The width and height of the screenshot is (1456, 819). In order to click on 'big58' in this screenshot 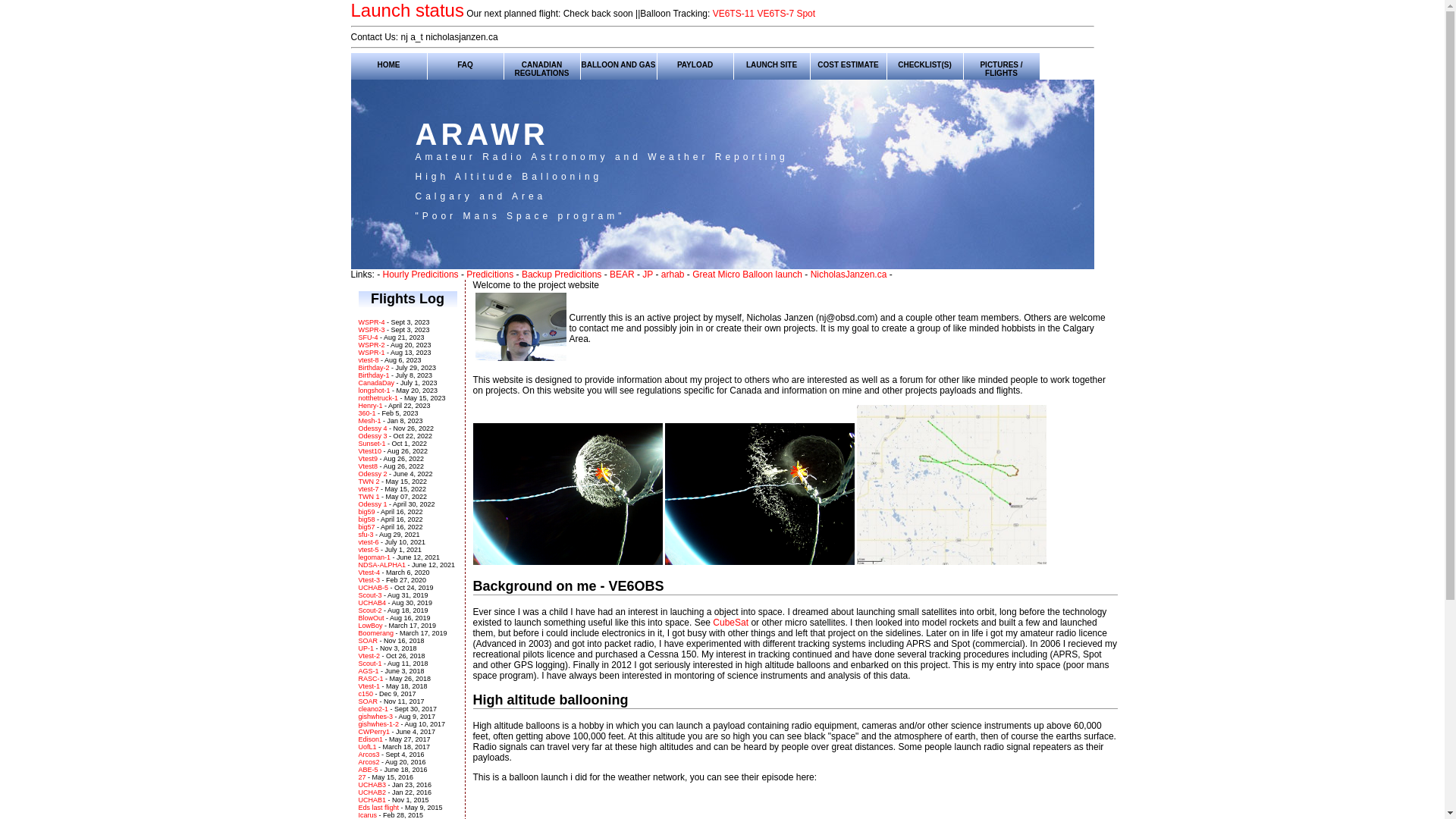, I will do `click(356, 519)`.